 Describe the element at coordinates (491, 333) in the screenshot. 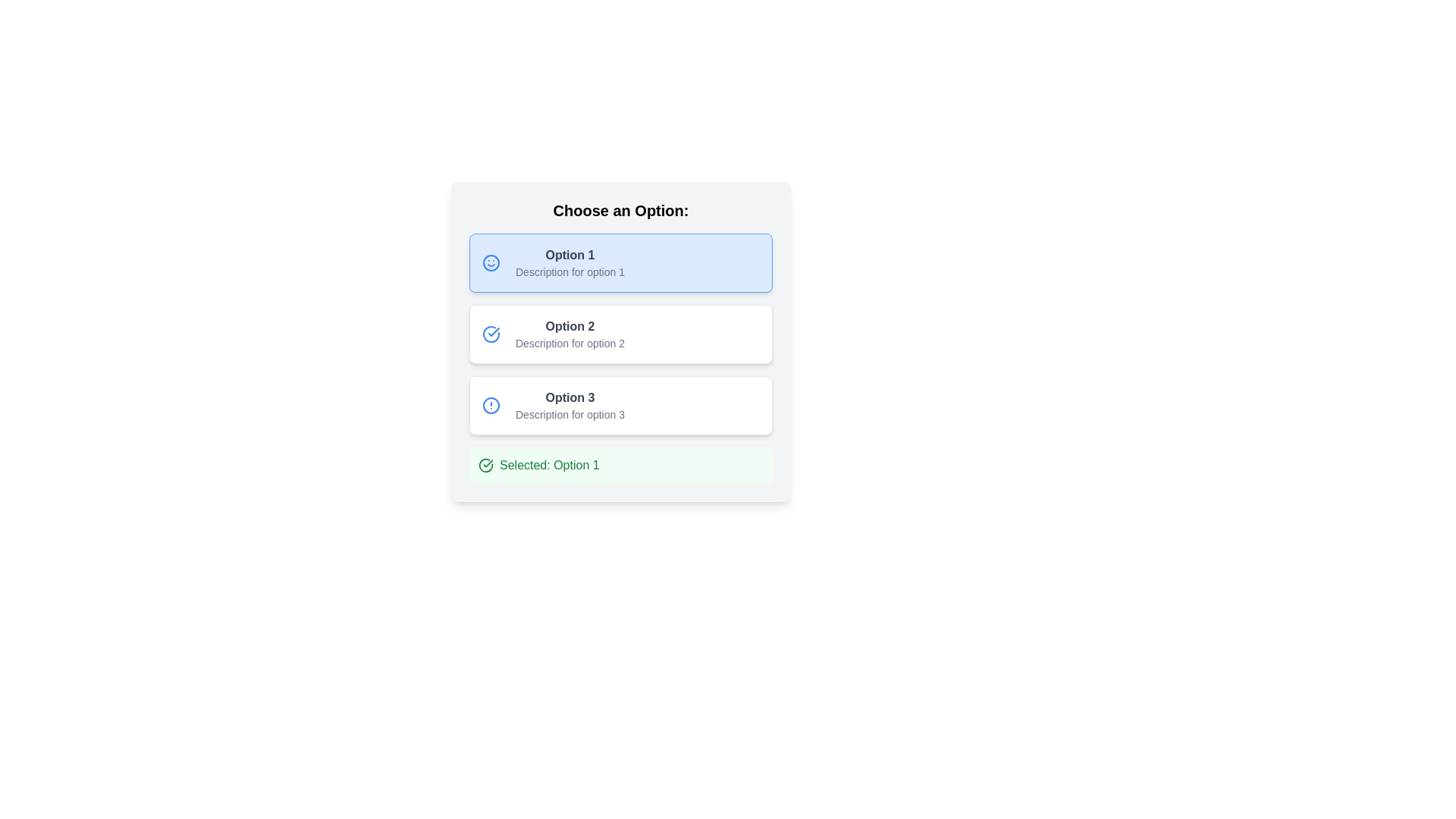

I see `the blue circle icon with a check mark, which is located to the left of the text labeled 'Option 2' in the option row` at that location.